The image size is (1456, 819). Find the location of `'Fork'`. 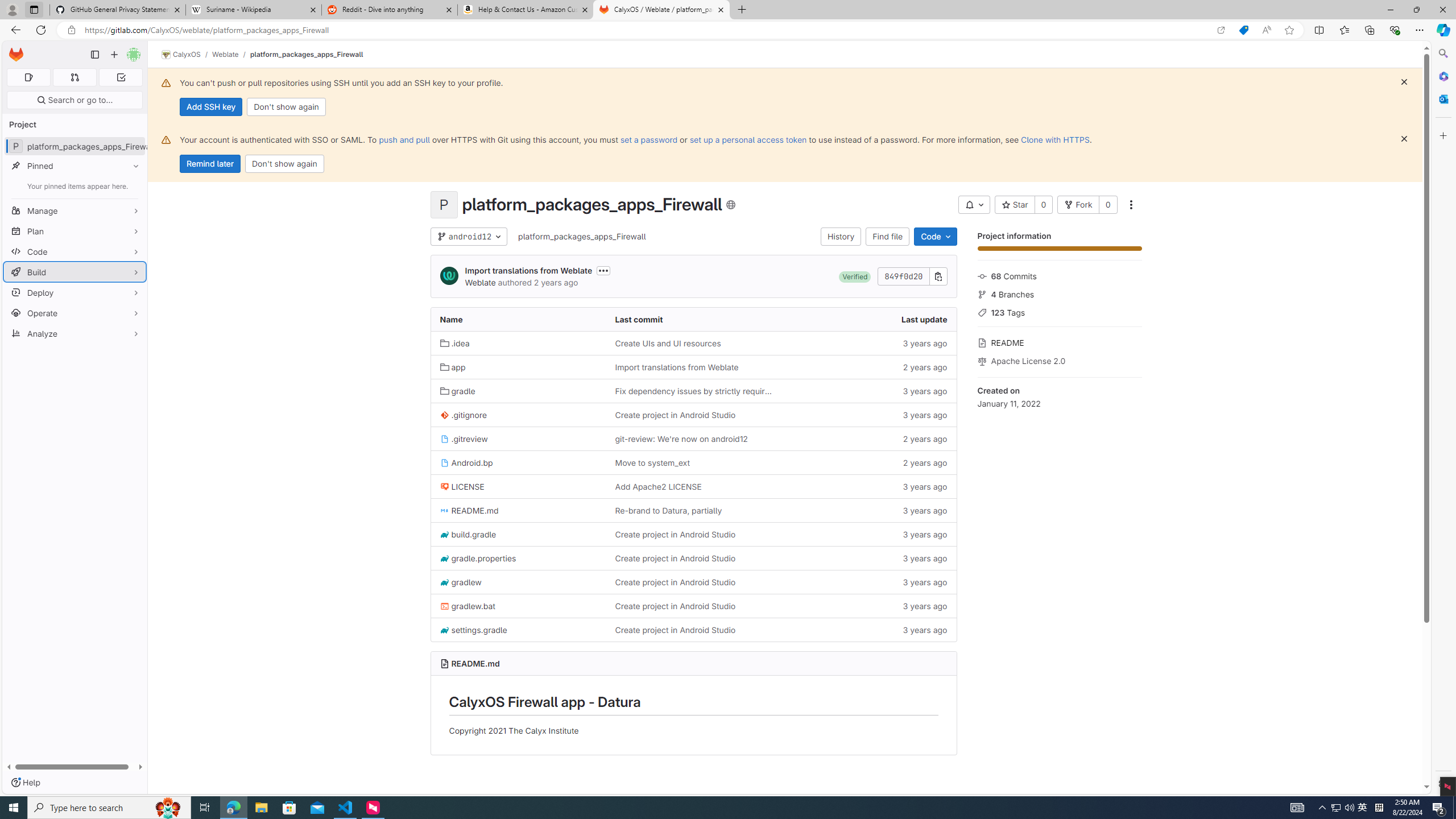

'Fork' is located at coordinates (1078, 205).